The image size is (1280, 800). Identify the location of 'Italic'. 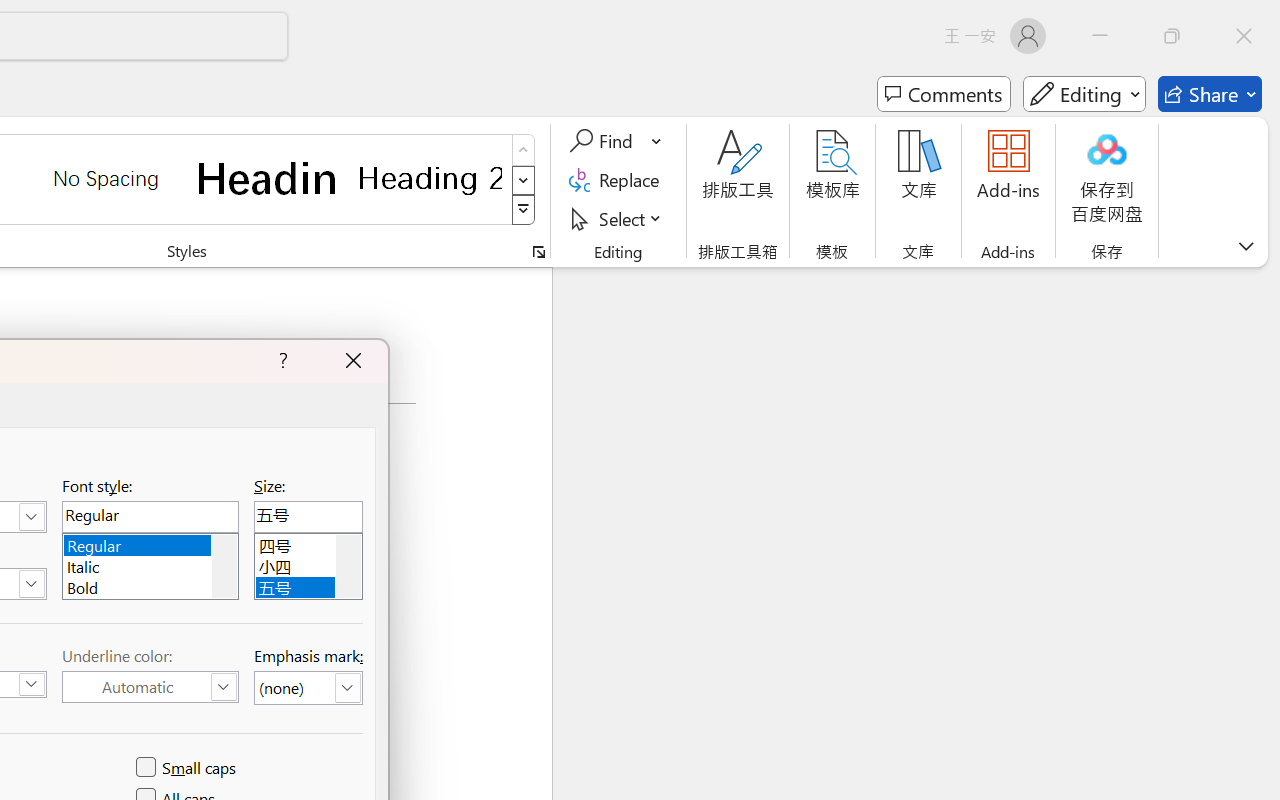
(149, 564).